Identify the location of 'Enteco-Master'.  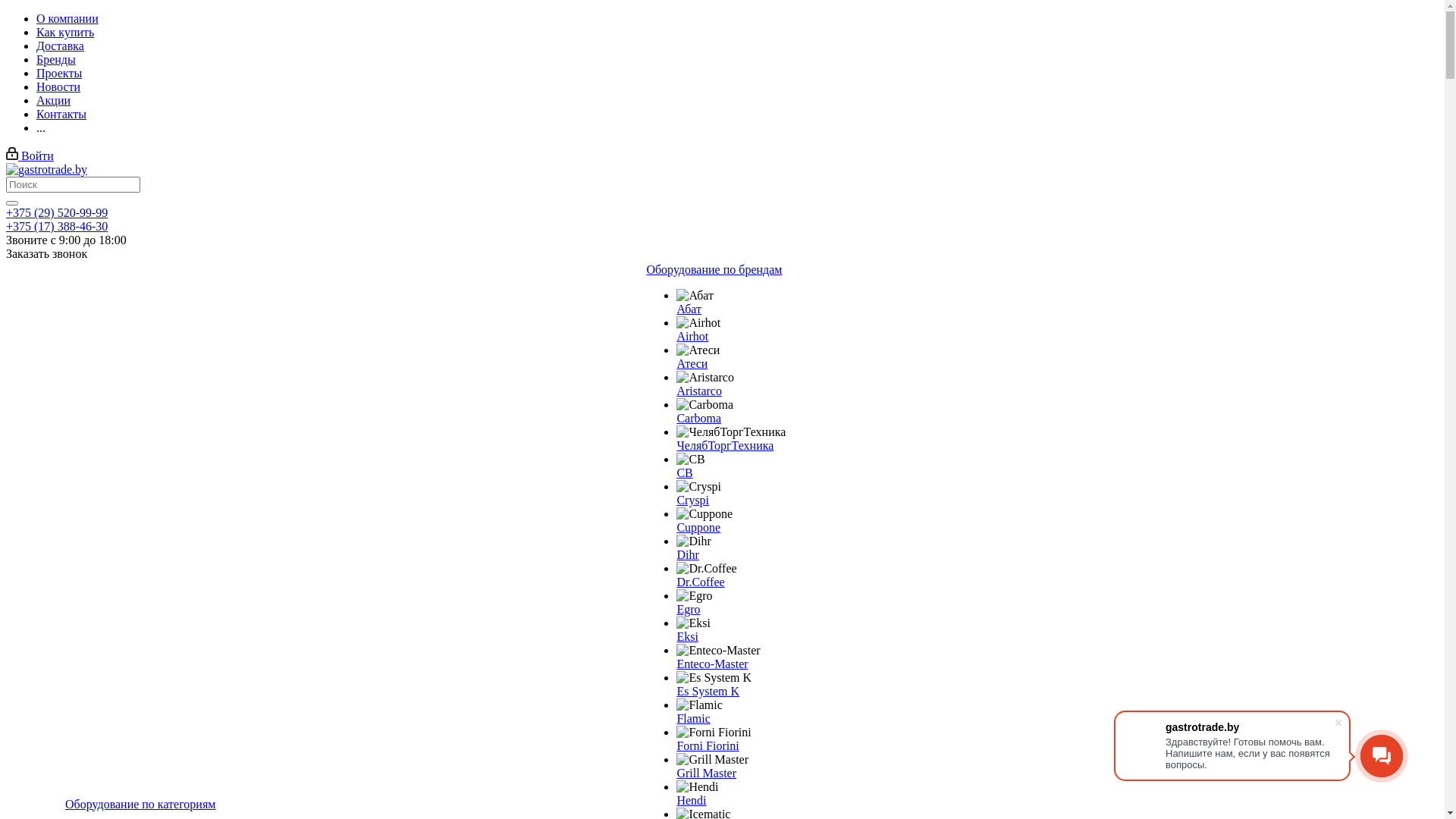
(676, 663).